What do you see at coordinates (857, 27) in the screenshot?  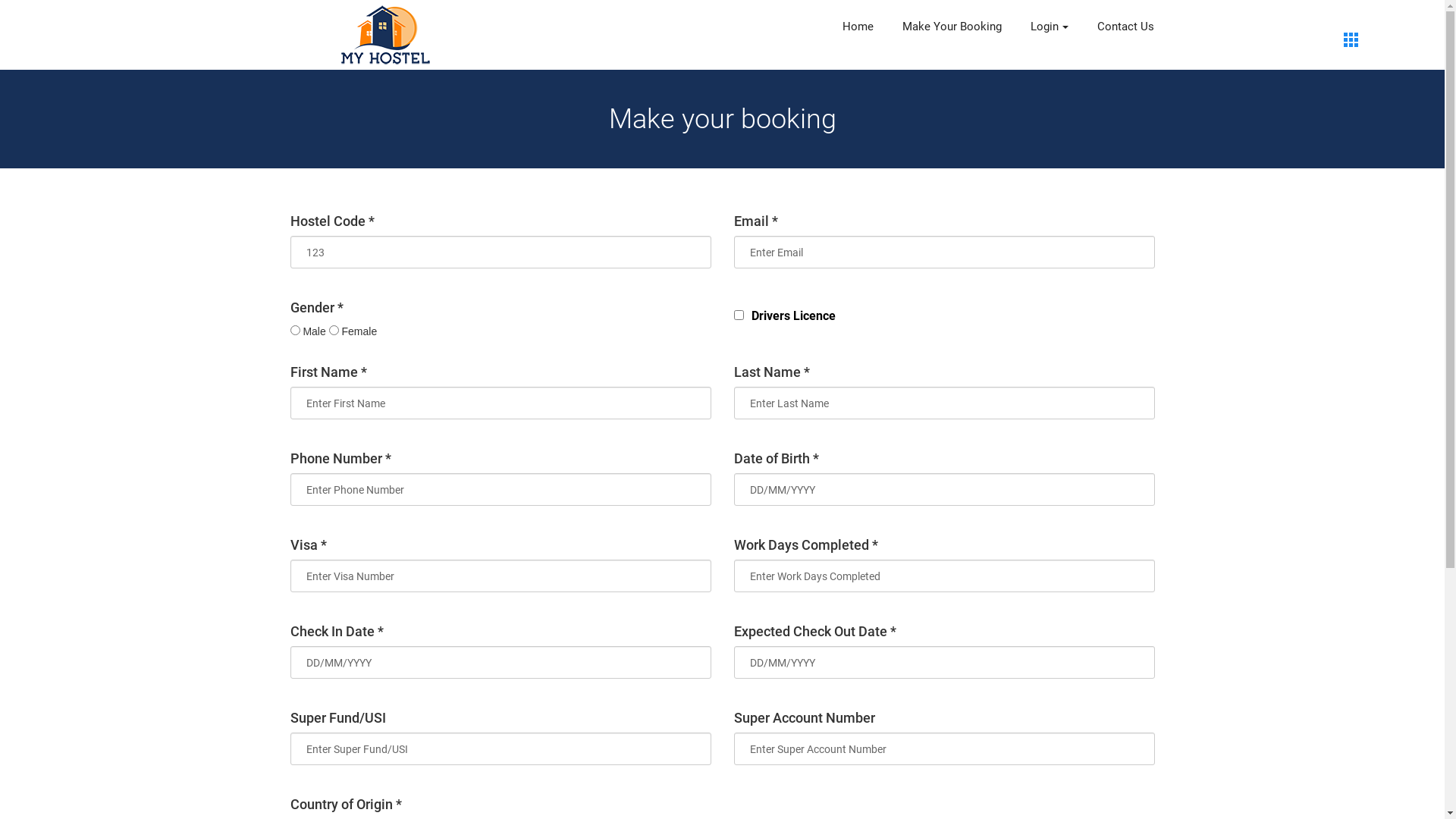 I see `'Home'` at bounding box center [857, 27].